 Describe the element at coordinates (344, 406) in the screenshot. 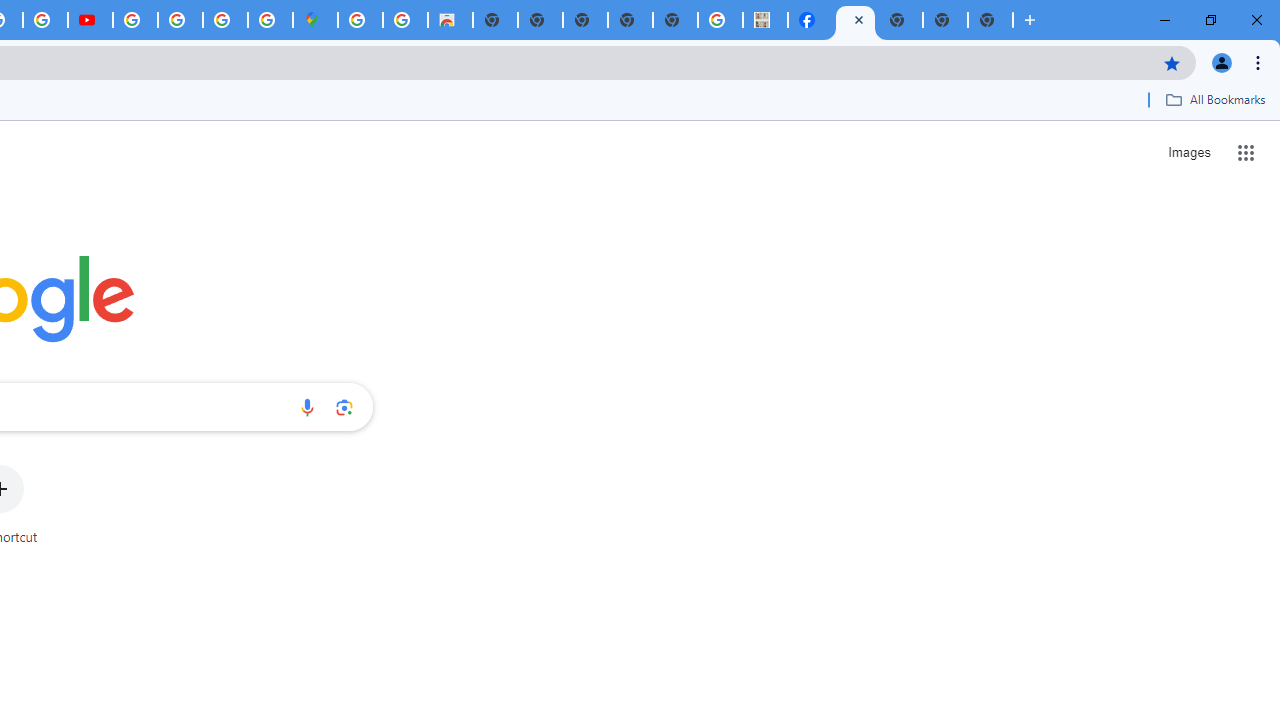

I see `'Search by image'` at that location.